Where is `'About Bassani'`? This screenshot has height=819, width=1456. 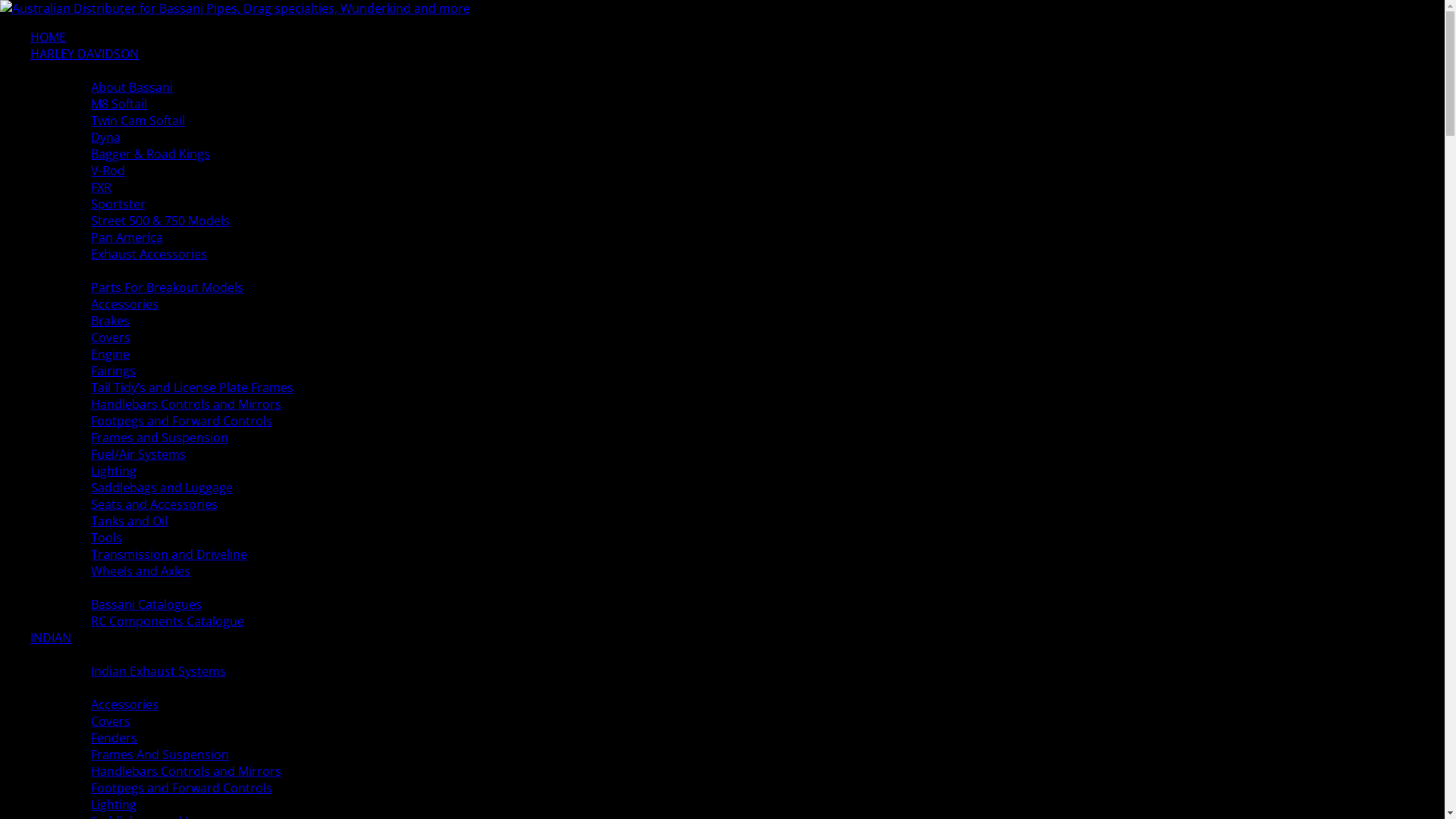
'About Bassani' is located at coordinates (131, 87).